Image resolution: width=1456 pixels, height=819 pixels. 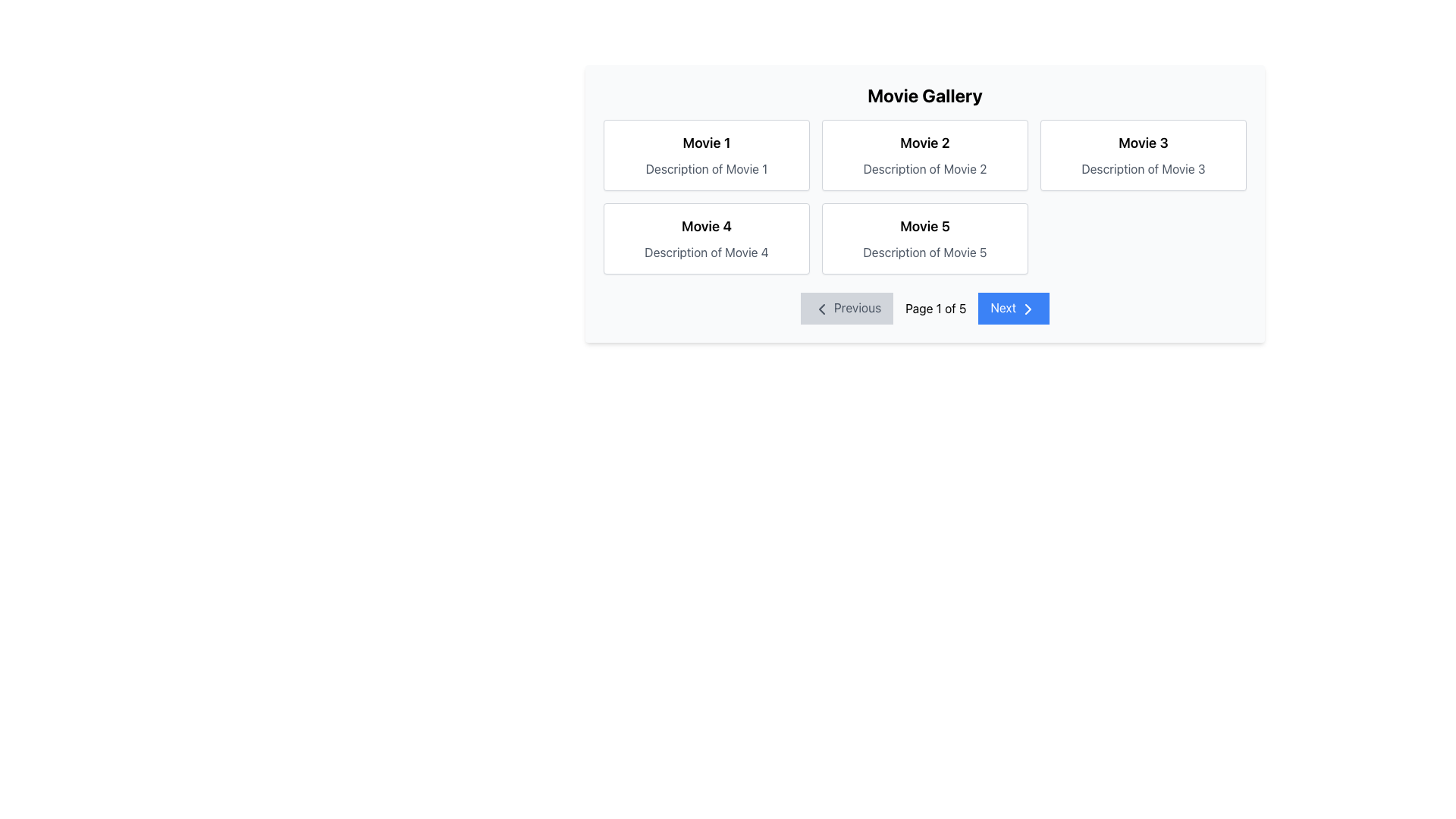 I want to click on the movie title text label located at the top-left of the movie cards grid in the 'Movie Gallery', so click(x=705, y=143).